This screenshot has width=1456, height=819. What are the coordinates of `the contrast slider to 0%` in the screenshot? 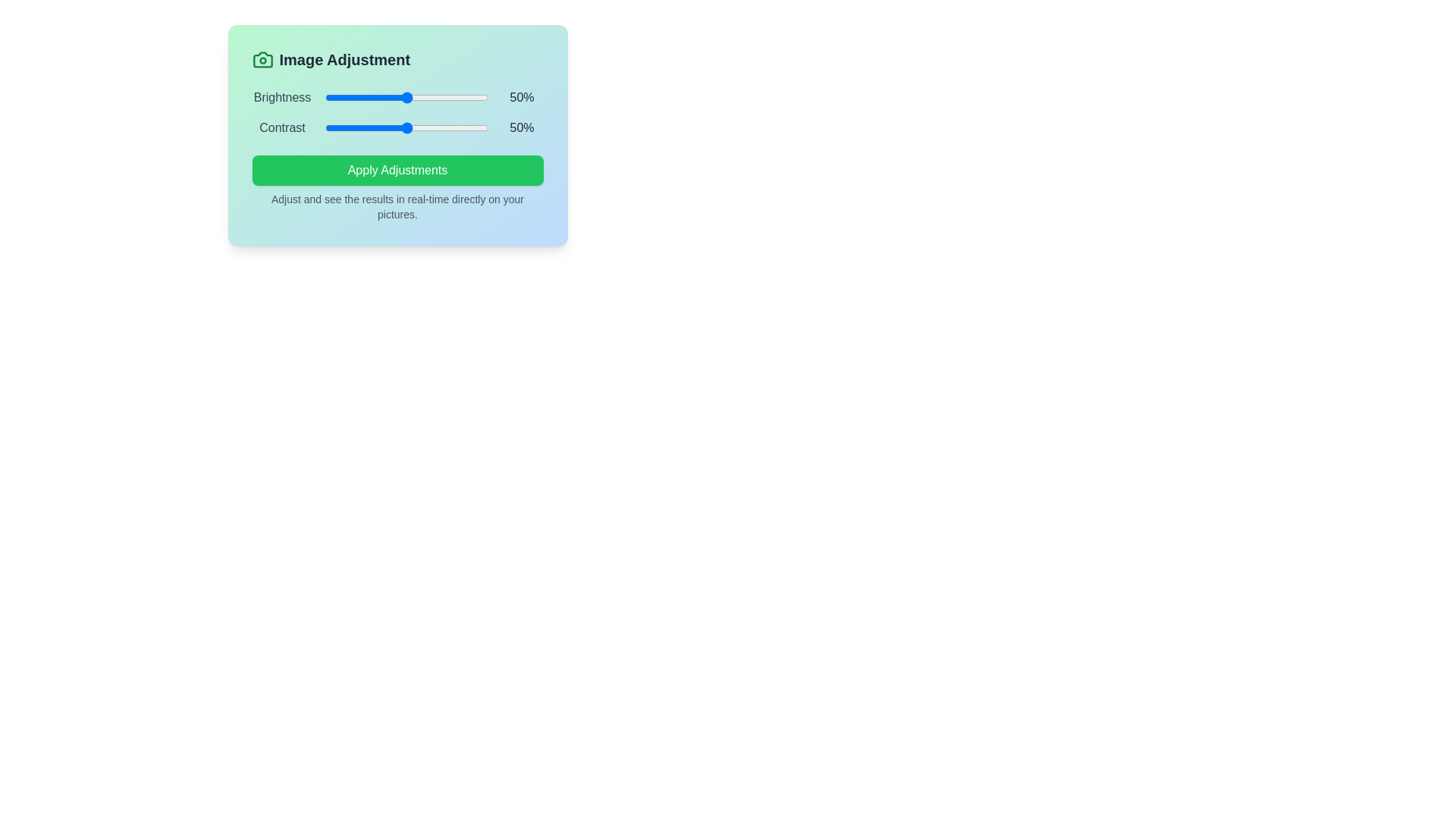 It's located at (324, 127).